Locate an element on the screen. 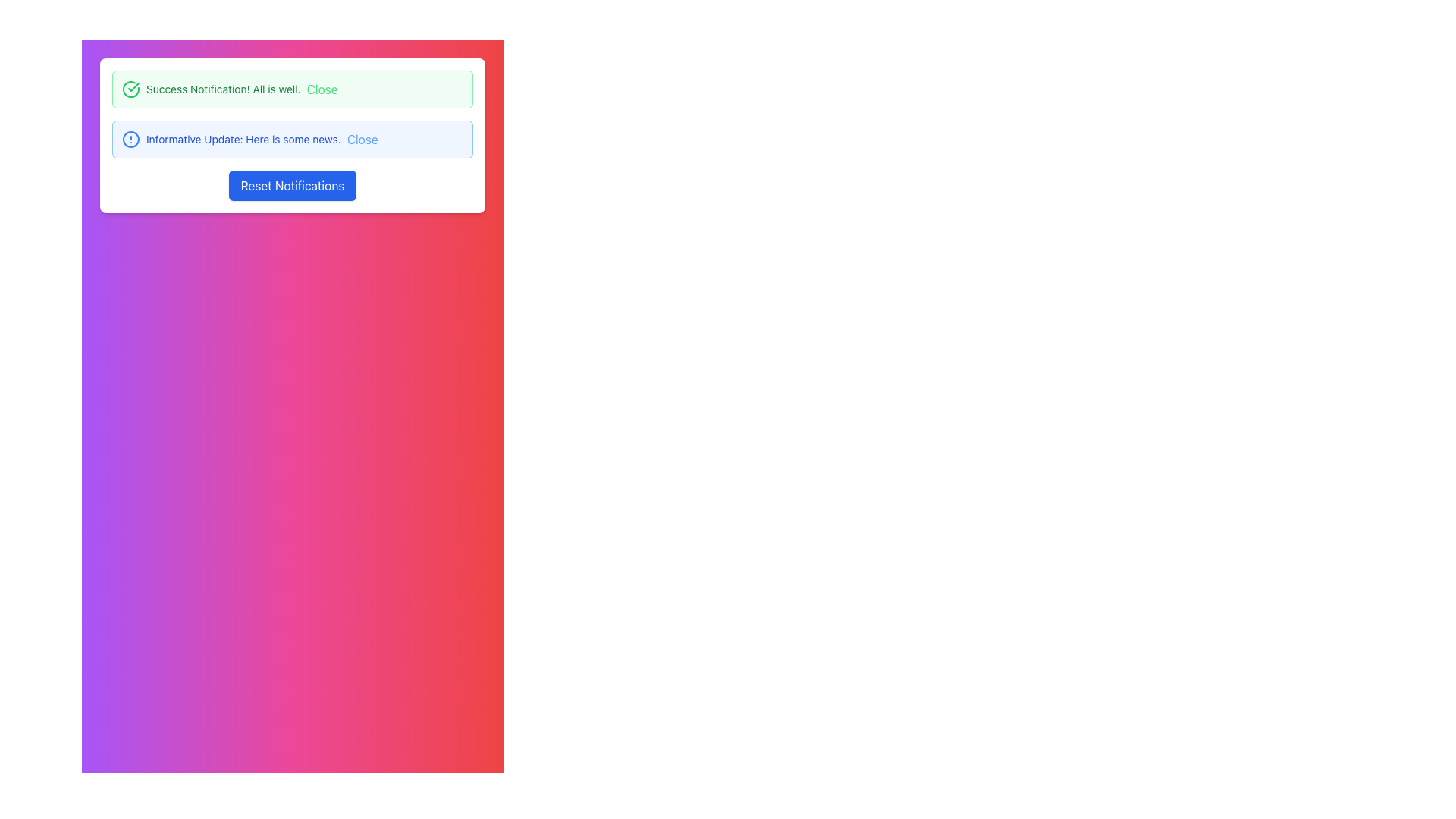 The width and height of the screenshot is (1456, 819). the success confirmation icon located at the leftmost part of the notification card is located at coordinates (130, 89).